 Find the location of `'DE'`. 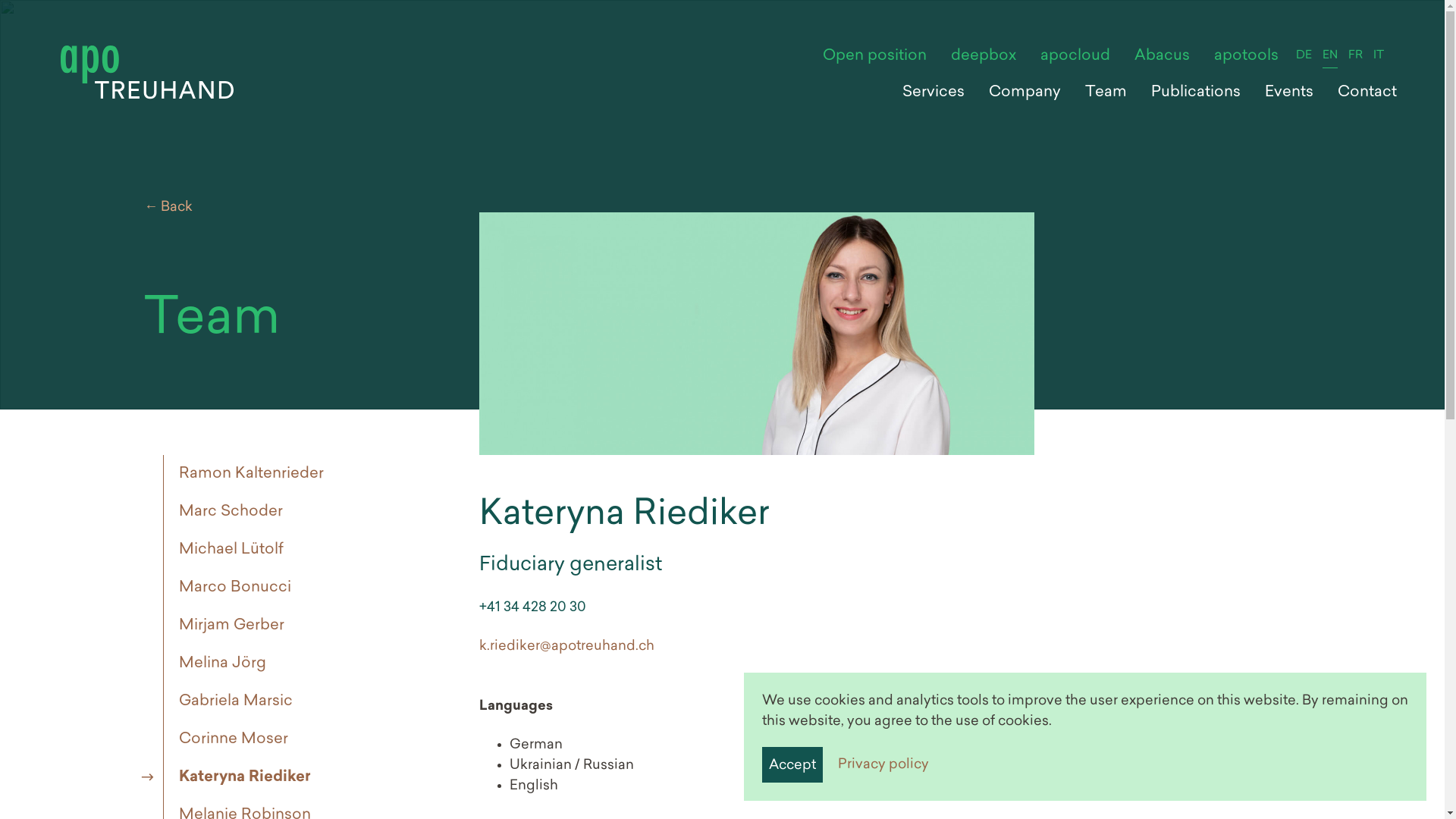

'DE' is located at coordinates (1290, 55).